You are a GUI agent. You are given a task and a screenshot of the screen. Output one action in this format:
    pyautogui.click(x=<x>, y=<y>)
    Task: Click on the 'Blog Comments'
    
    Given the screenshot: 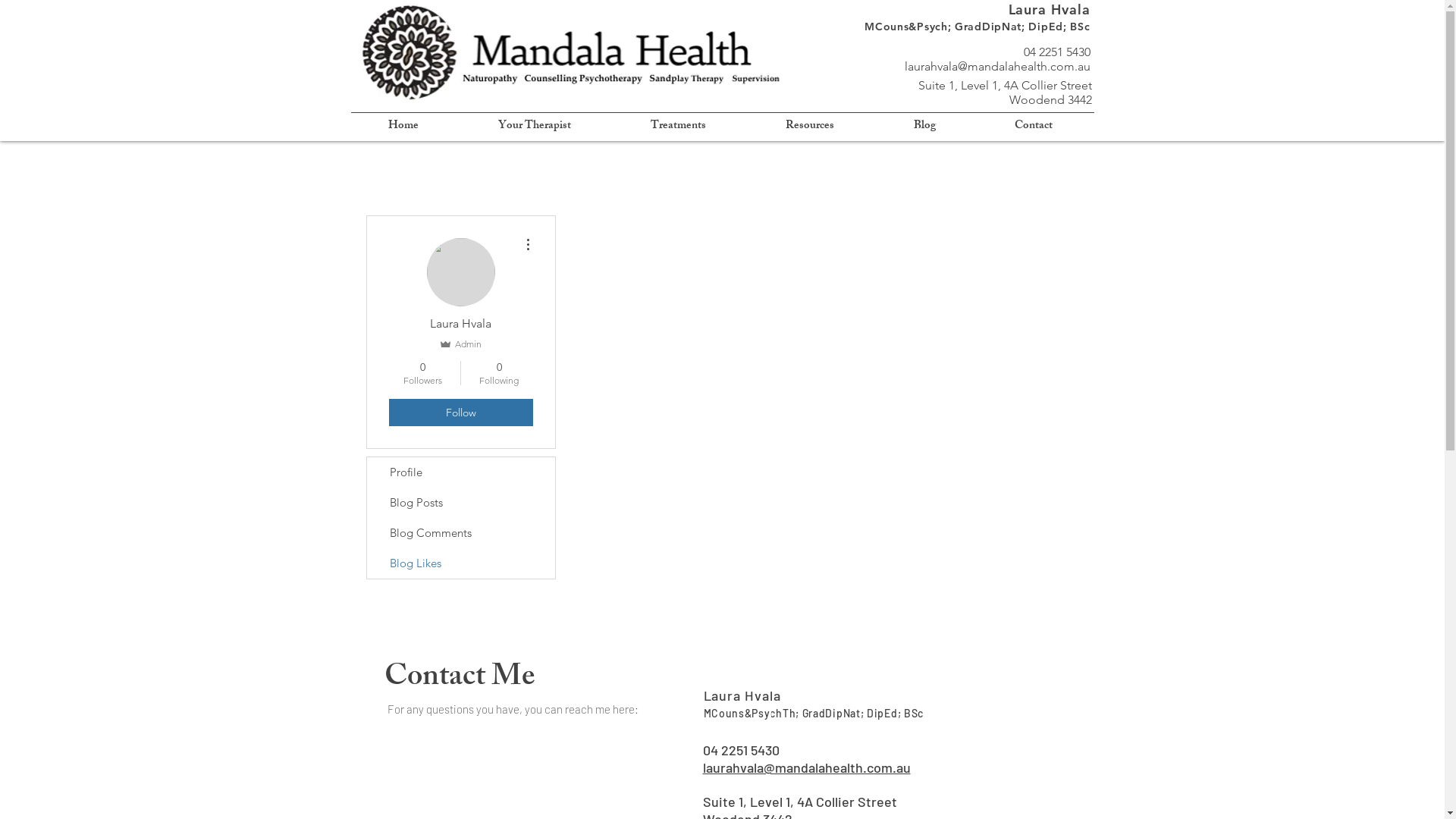 What is the action you would take?
    pyautogui.click(x=460, y=532)
    